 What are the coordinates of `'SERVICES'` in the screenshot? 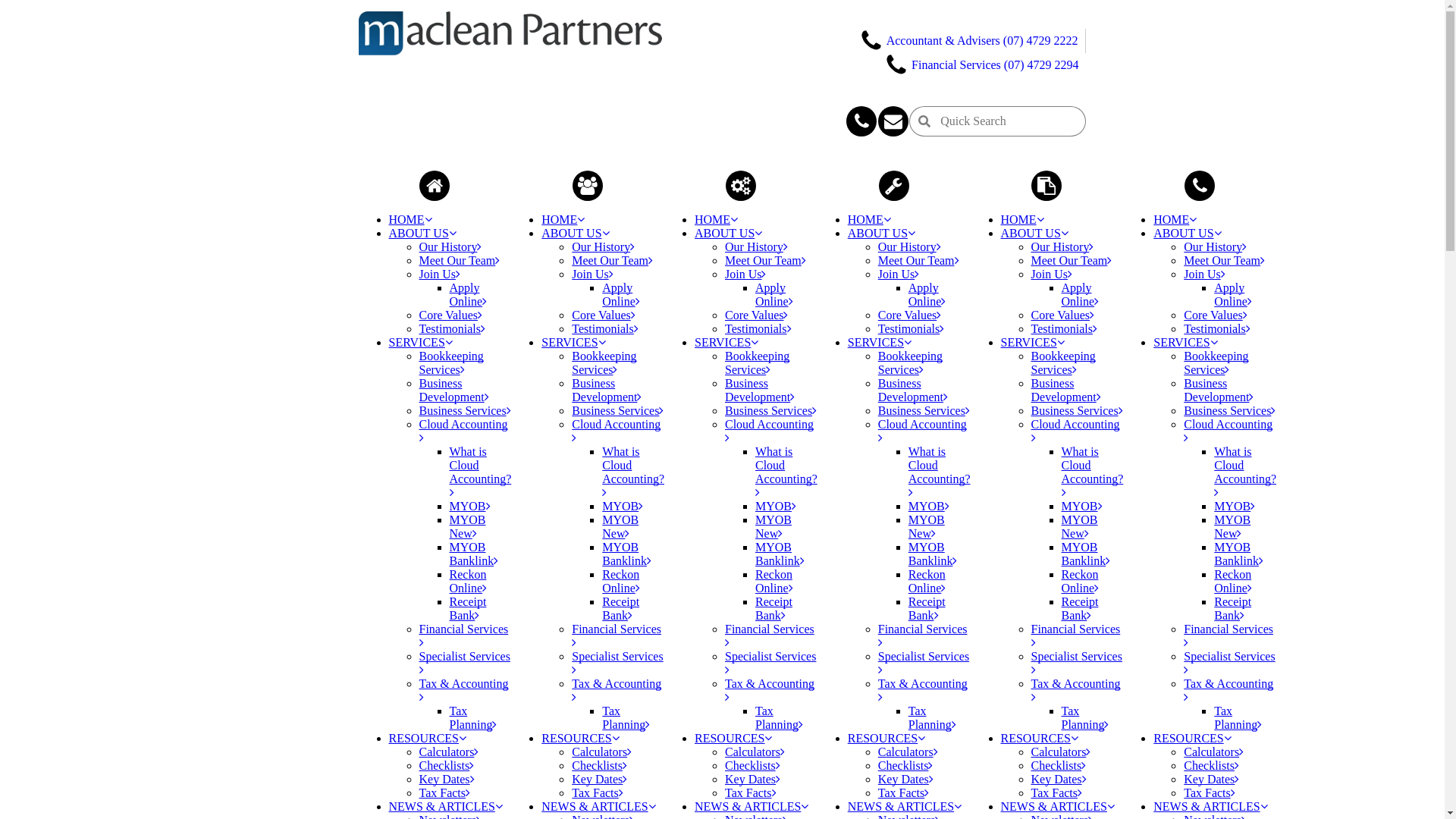 It's located at (1185, 342).